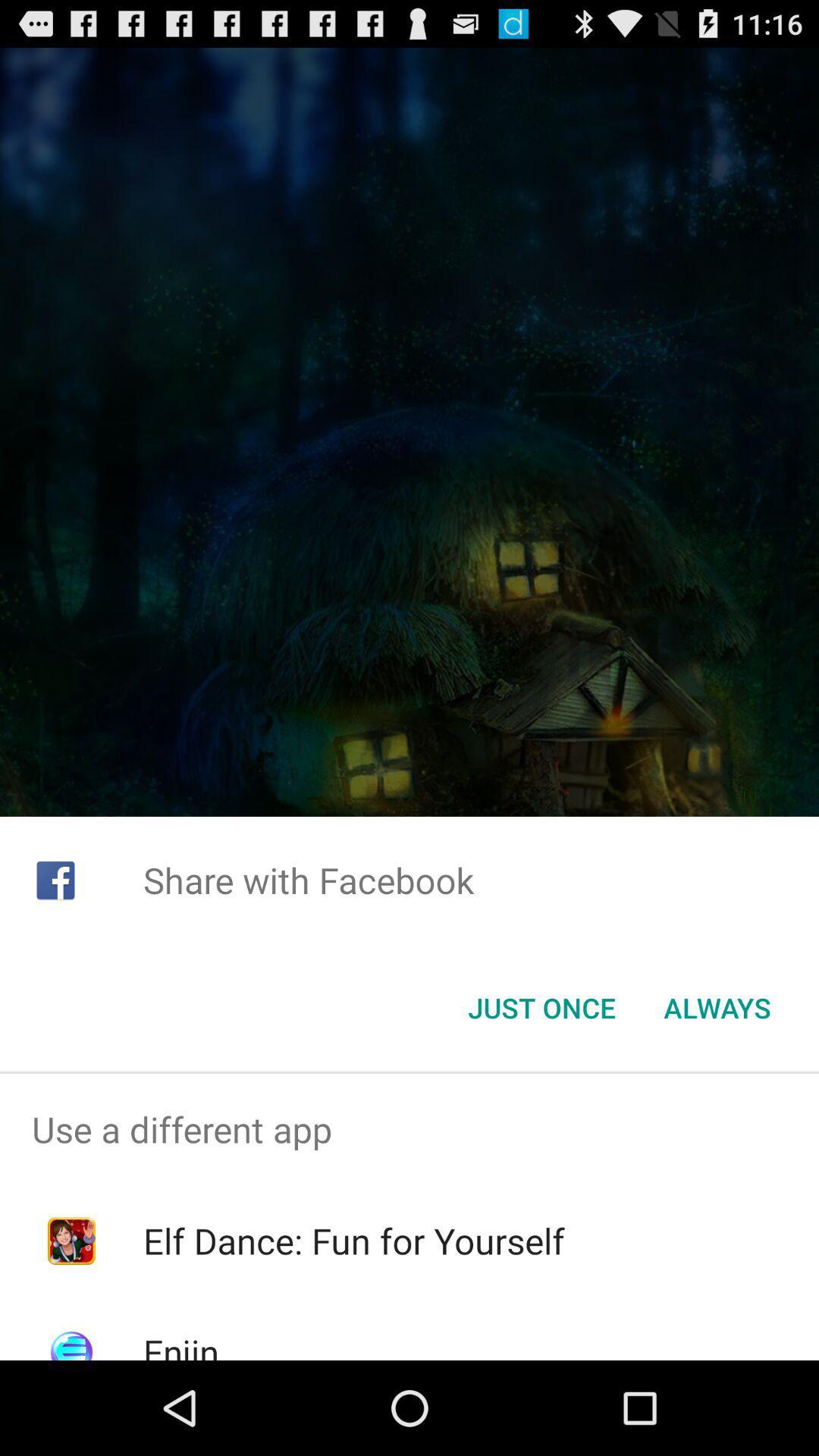 The image size is (819, 1456). What do you see at coordinates (541, 1008) in the screenshot?
I see `the just once item` at bounding box center [541, 1008].